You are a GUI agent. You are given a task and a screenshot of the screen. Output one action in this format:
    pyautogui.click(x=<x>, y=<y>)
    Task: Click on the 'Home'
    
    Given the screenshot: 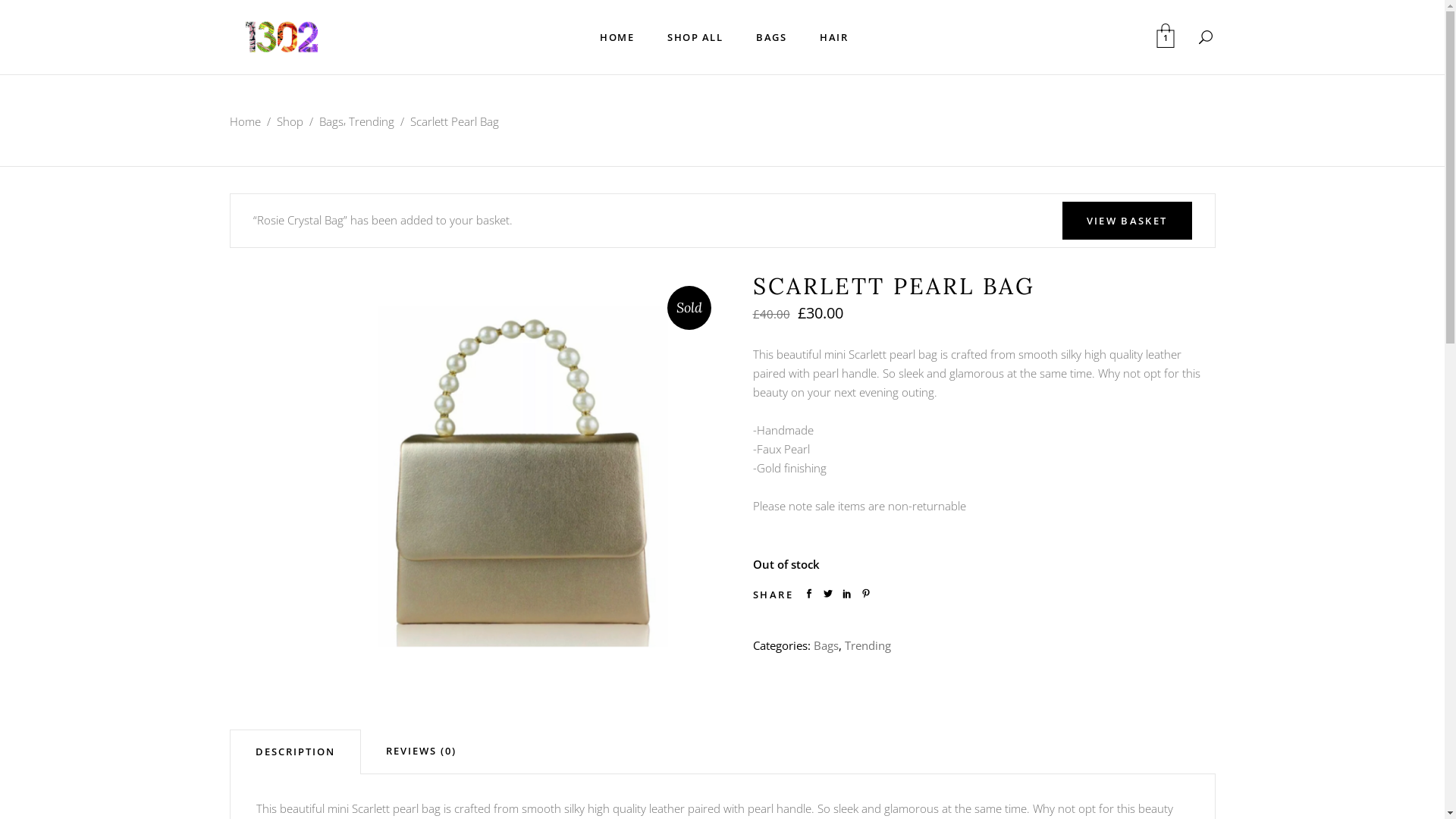 What is the action you would take?
    pyautogui.click(x=228, y=121)
    